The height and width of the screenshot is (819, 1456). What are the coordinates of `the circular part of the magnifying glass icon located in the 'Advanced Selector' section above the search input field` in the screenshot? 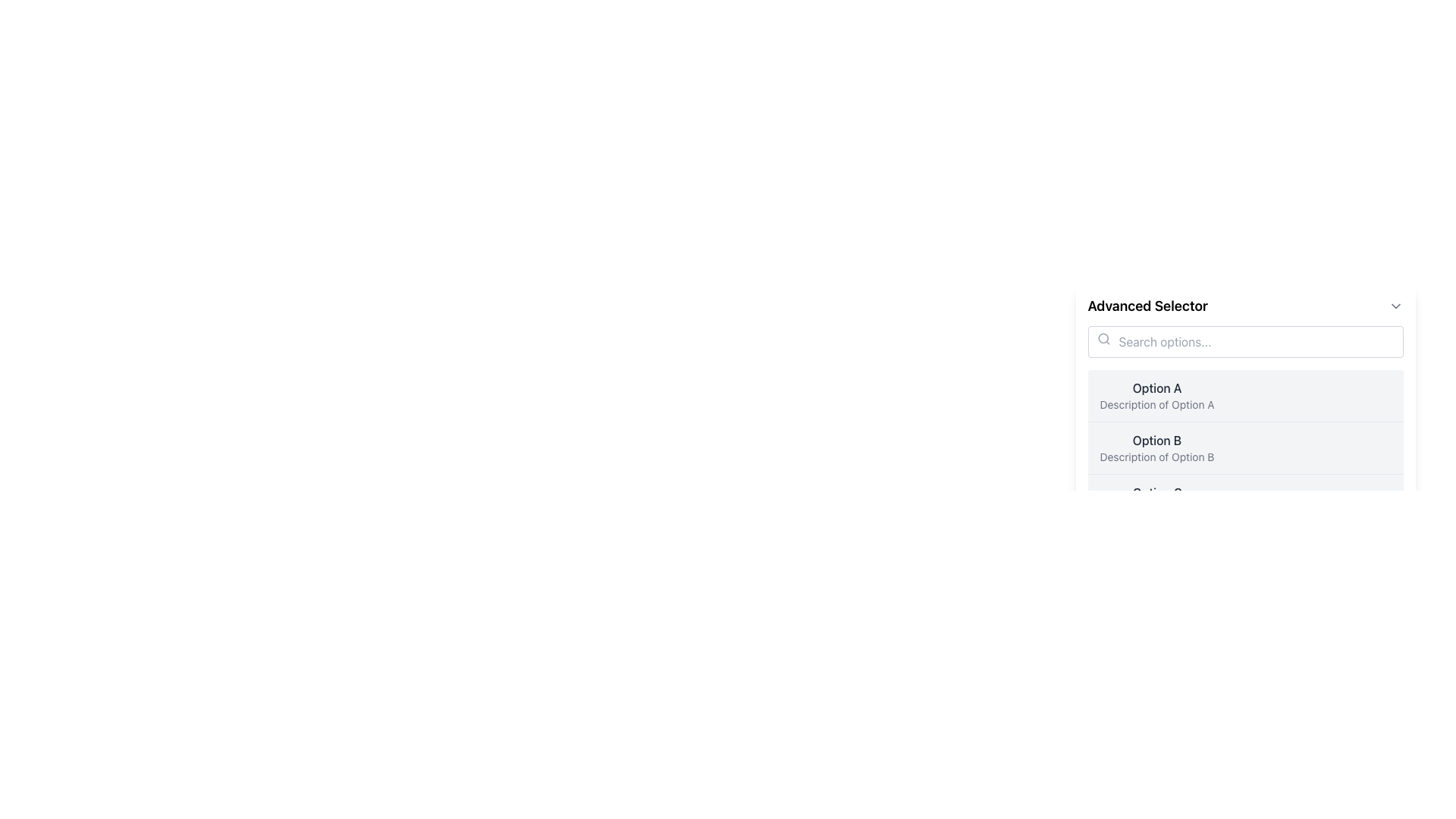 It's located at (1103, 337).